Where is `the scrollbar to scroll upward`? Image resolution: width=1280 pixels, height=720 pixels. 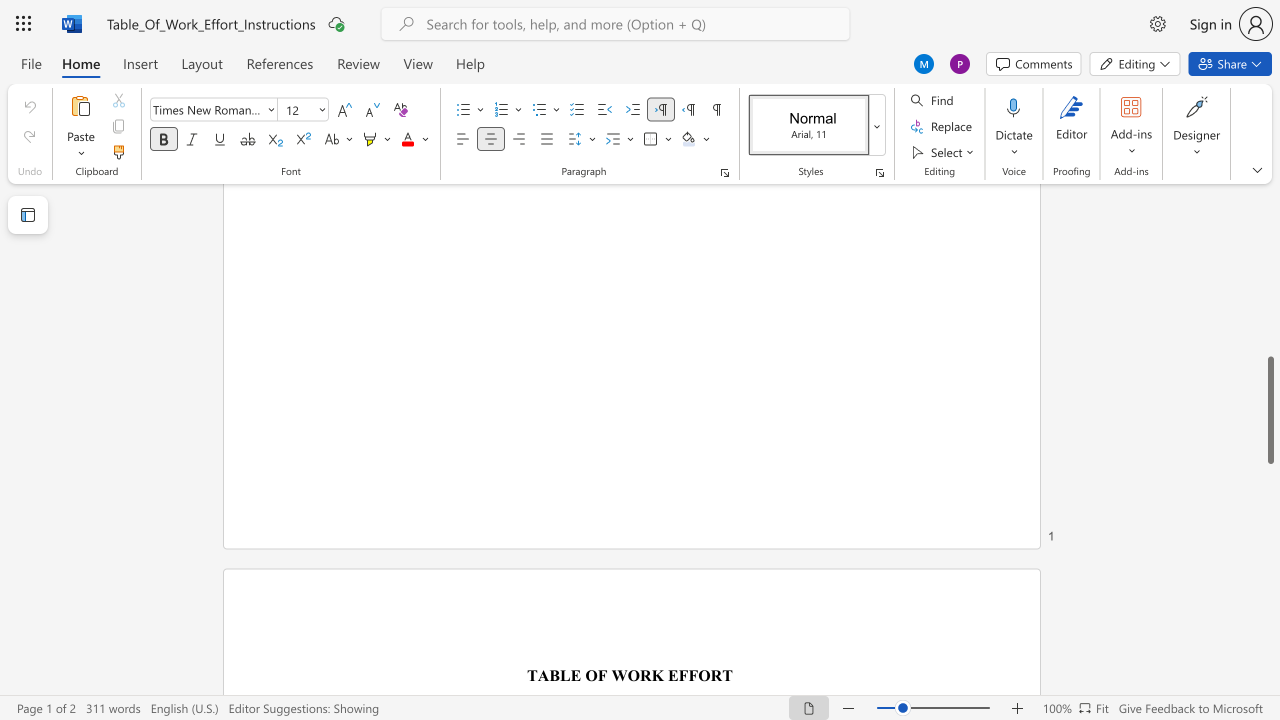
the scrollbar to scroll upward is located at coordinates (1269, 238).